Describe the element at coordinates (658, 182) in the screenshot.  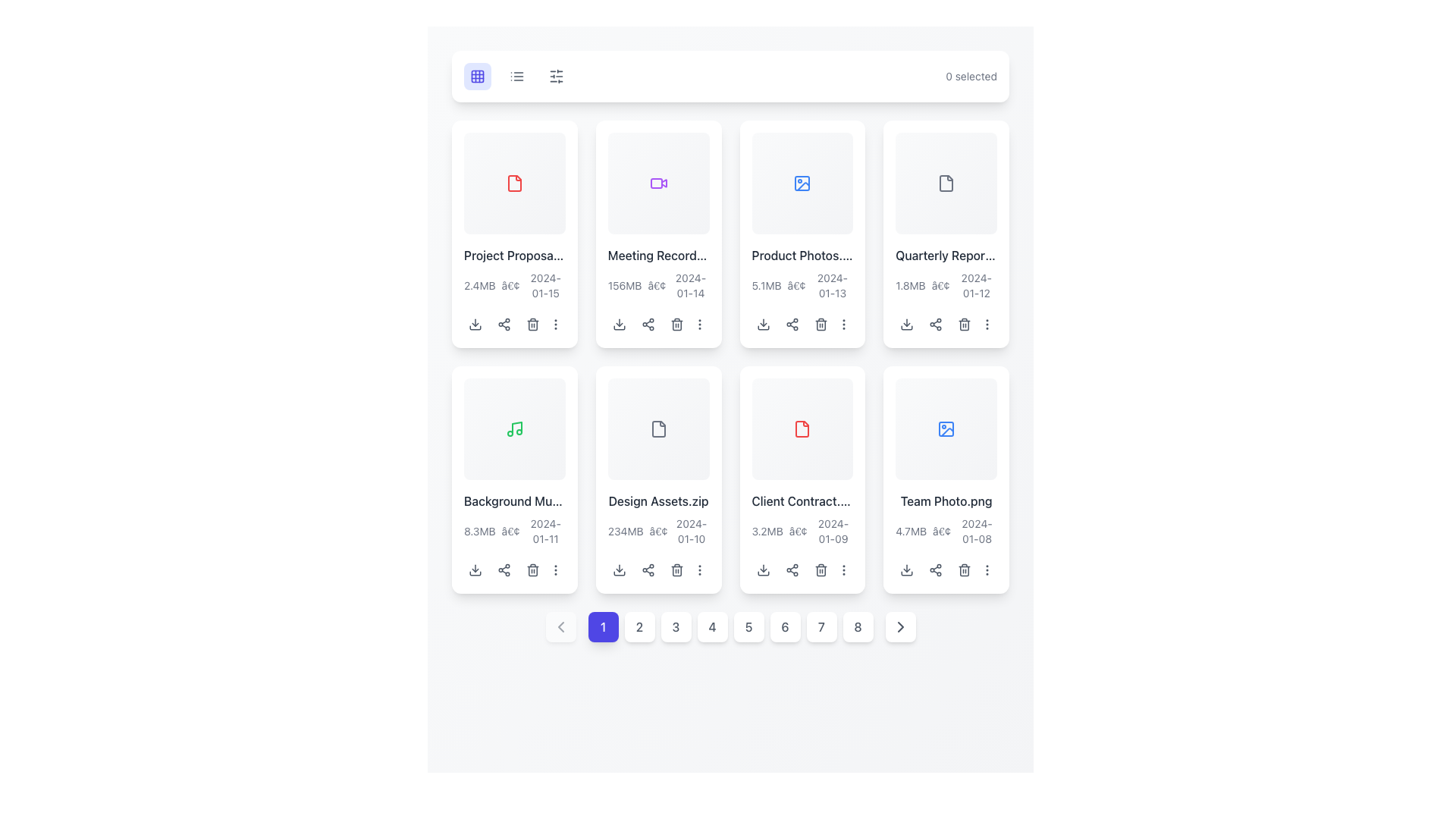
I see `the purple video camera icon located in the upper right part of the grid layout of cards, specifically in the second column of the first row, which is enclosed in a square card titled 'Meeting Record...'` at that location.